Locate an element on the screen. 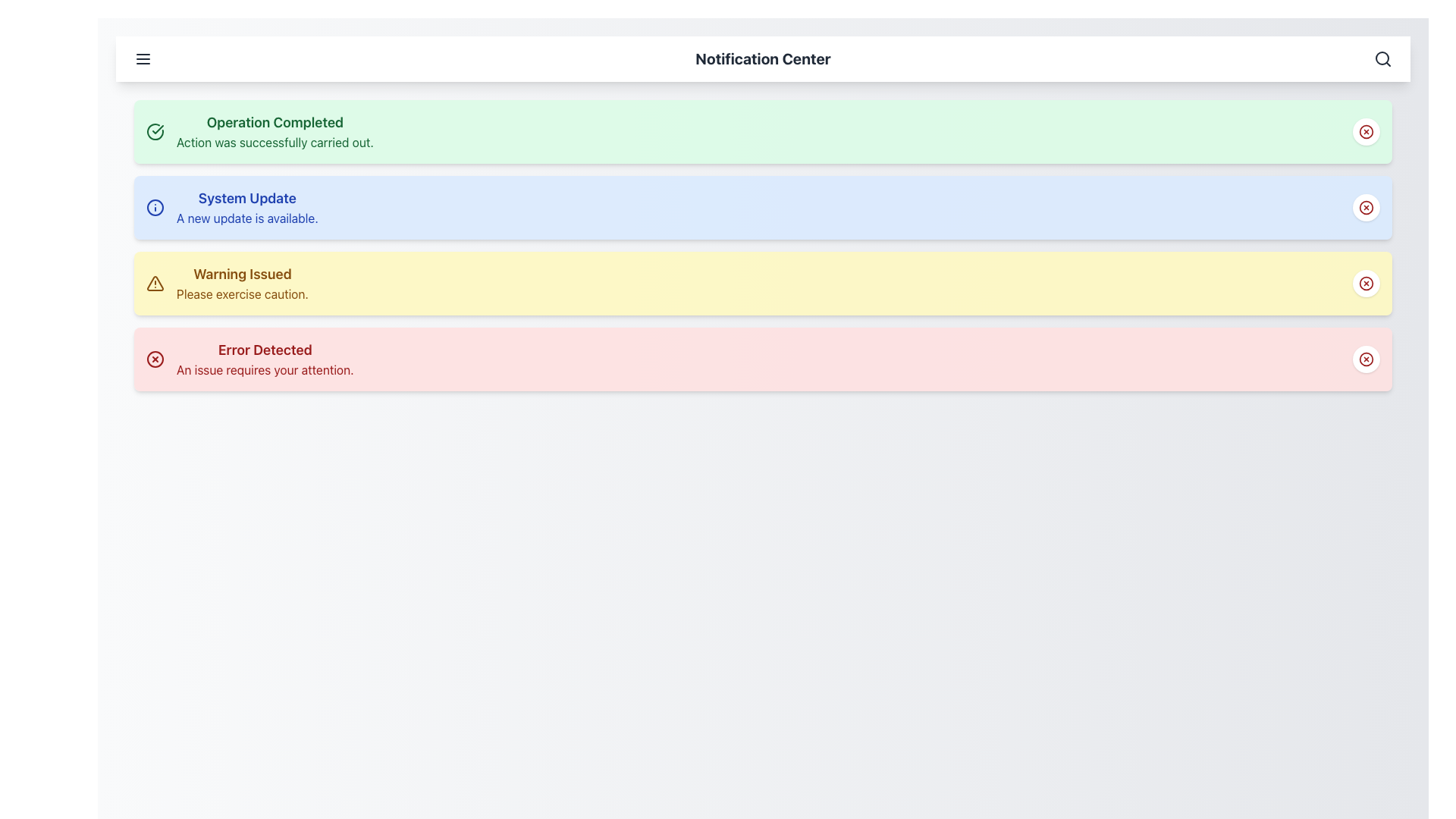 This screenshot has width=1456, height=819. the circular icon with a red 'X' symbol located in the notification bar labeled 'Error Detected' is located at coordinates (1366, 359).